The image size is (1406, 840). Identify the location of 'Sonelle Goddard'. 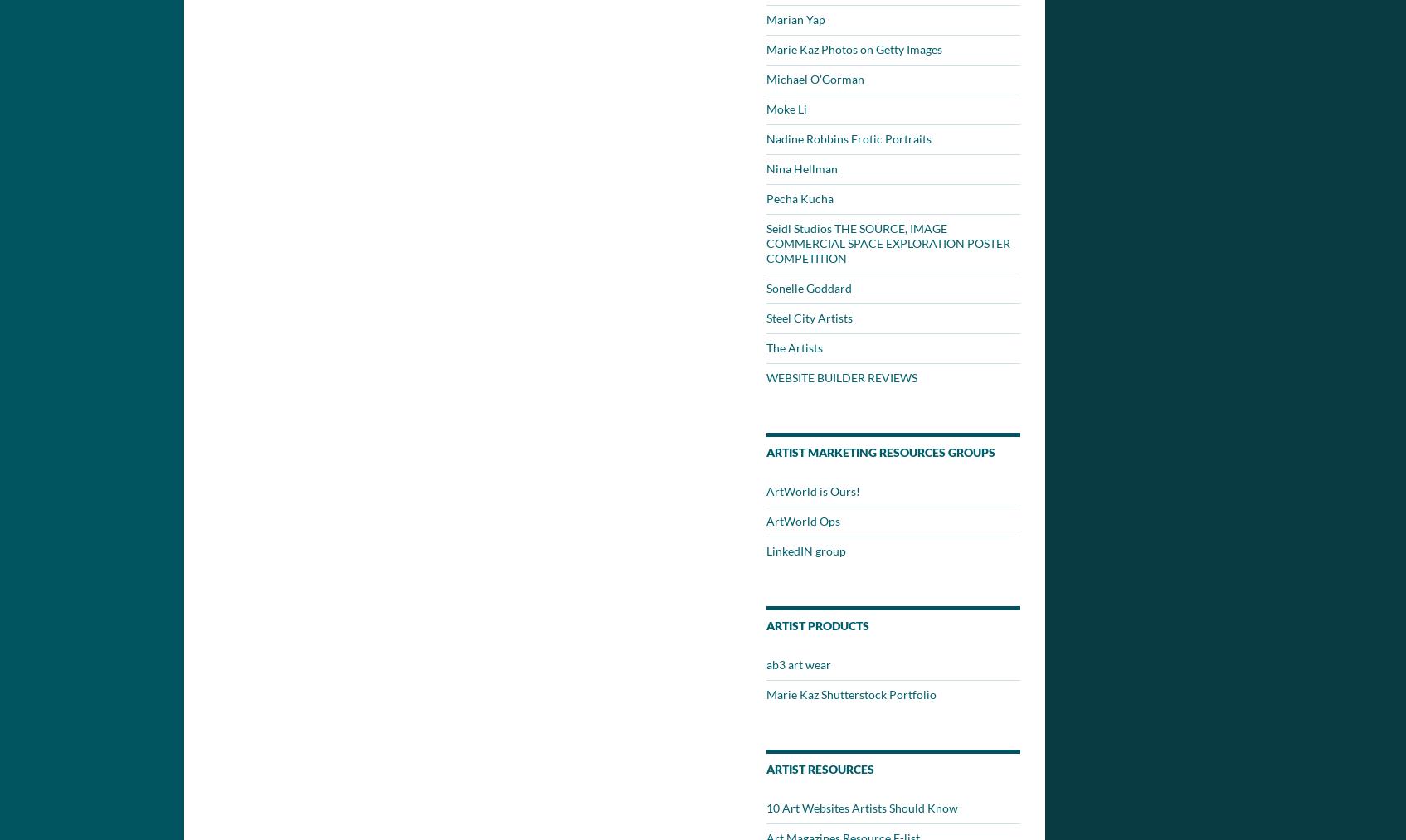
(766, 288).